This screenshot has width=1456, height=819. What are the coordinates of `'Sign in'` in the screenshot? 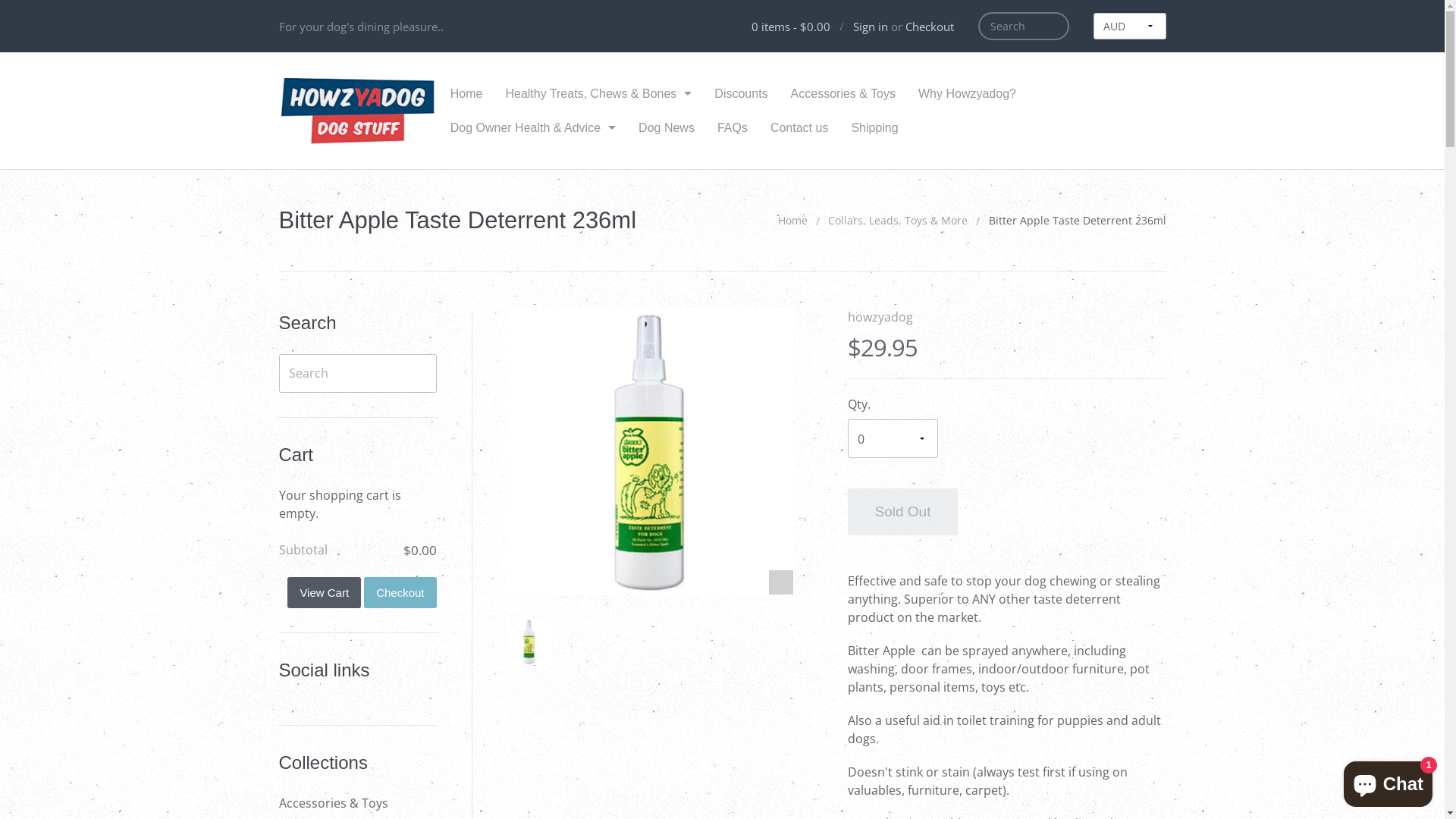 It's located at (870, 26).